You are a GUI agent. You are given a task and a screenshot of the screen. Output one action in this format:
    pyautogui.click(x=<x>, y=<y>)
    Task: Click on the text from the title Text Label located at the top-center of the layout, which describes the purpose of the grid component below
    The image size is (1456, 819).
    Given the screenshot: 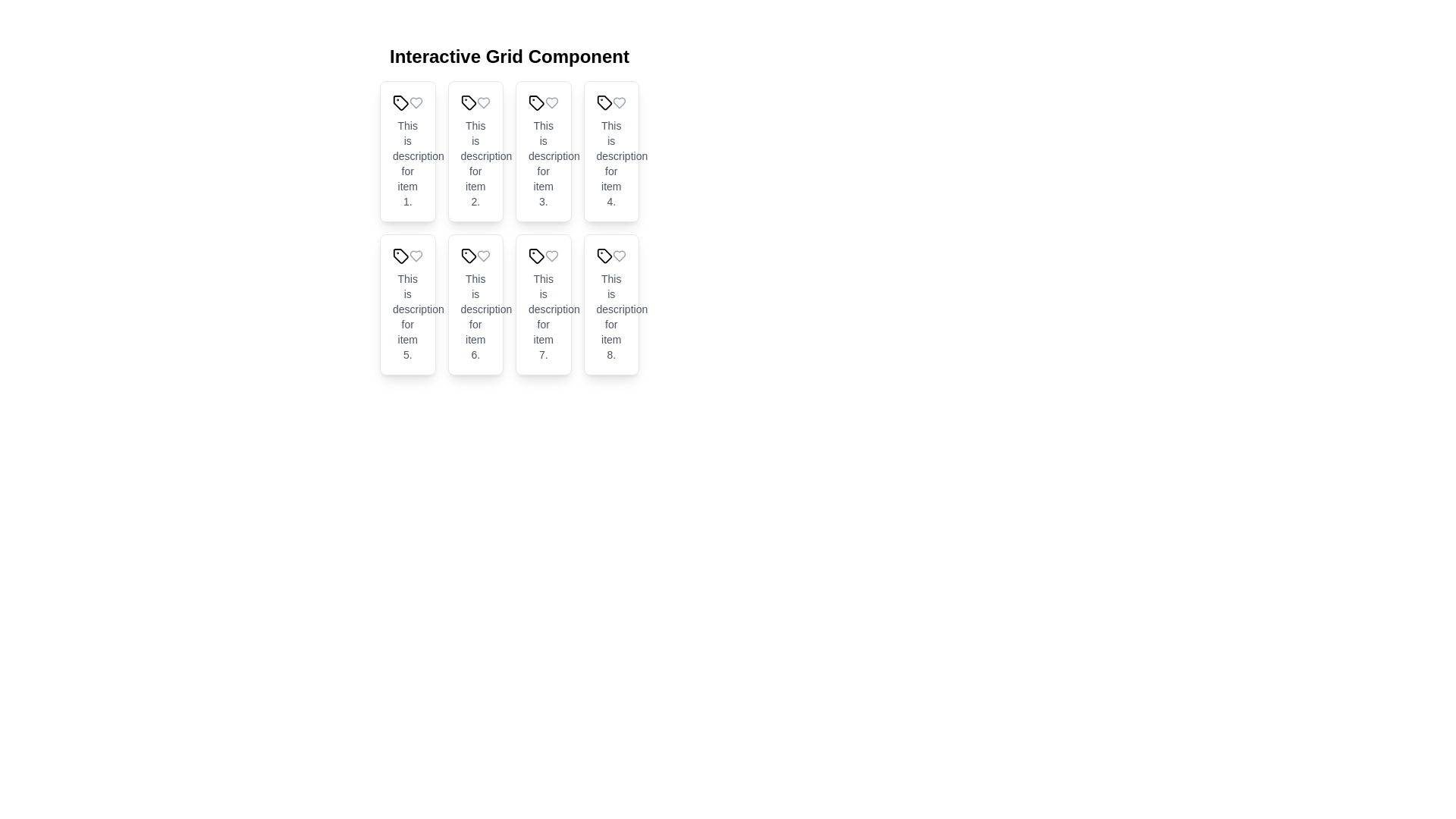 What is the action you would take?
    pyautogui.click(x=510, y=55)
    